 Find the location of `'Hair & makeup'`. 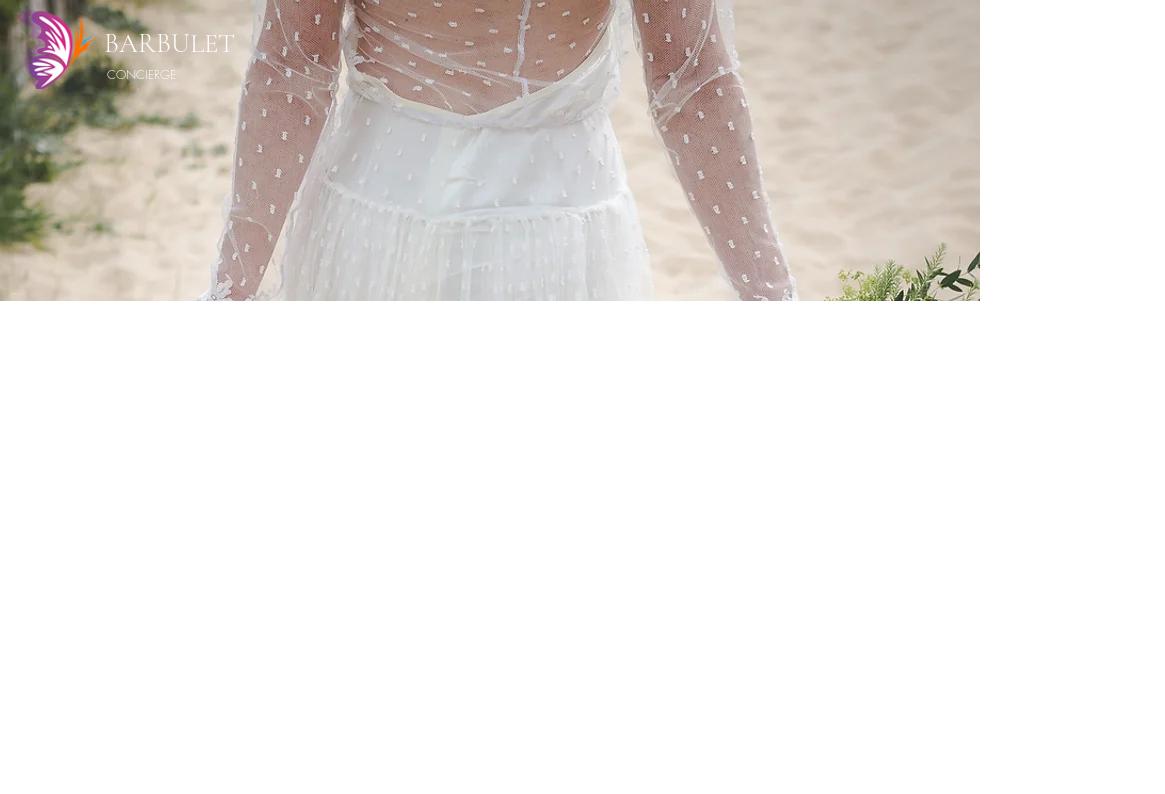

'Hair & makeup' is located at coordinates (600, 612).